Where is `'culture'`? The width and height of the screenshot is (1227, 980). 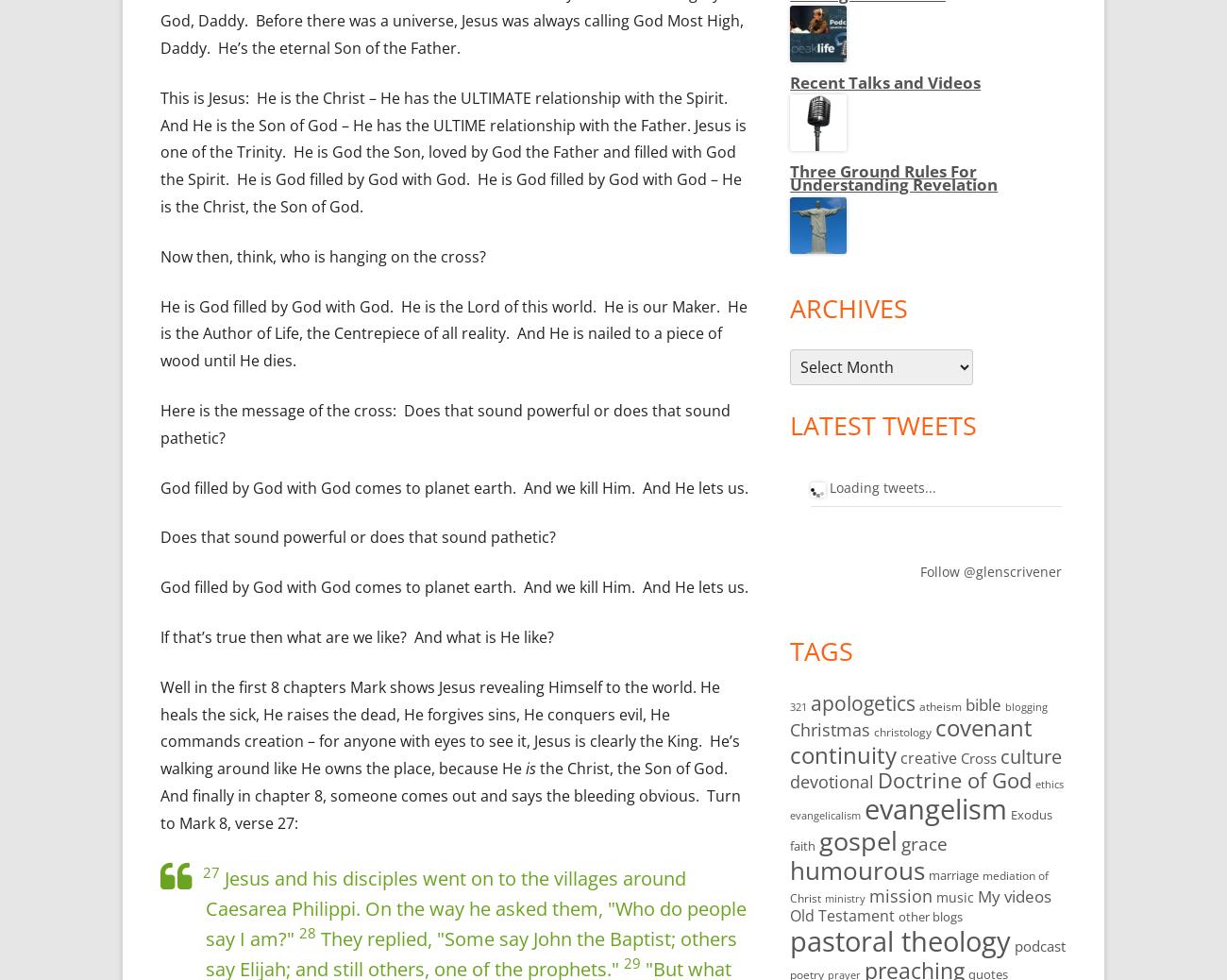
'culture' is located at coordinates (1030, 755).